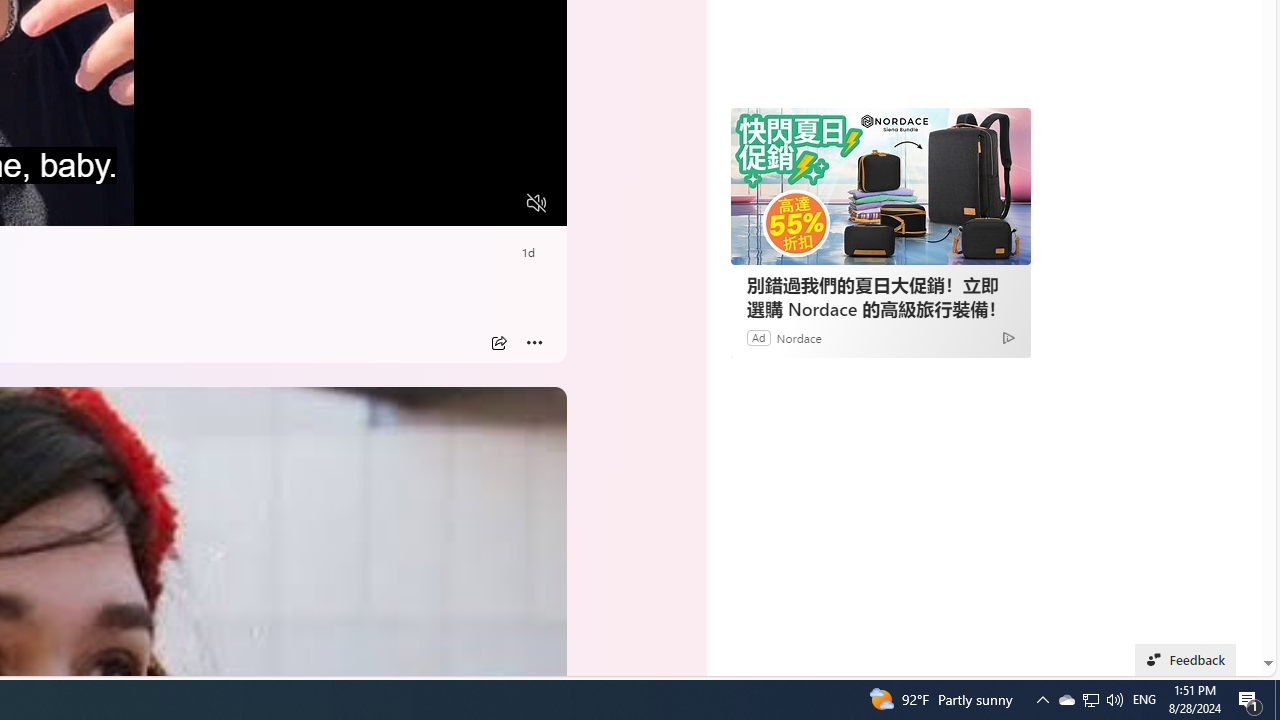  I want to click on 'Fullscreen', so click(497, 203).